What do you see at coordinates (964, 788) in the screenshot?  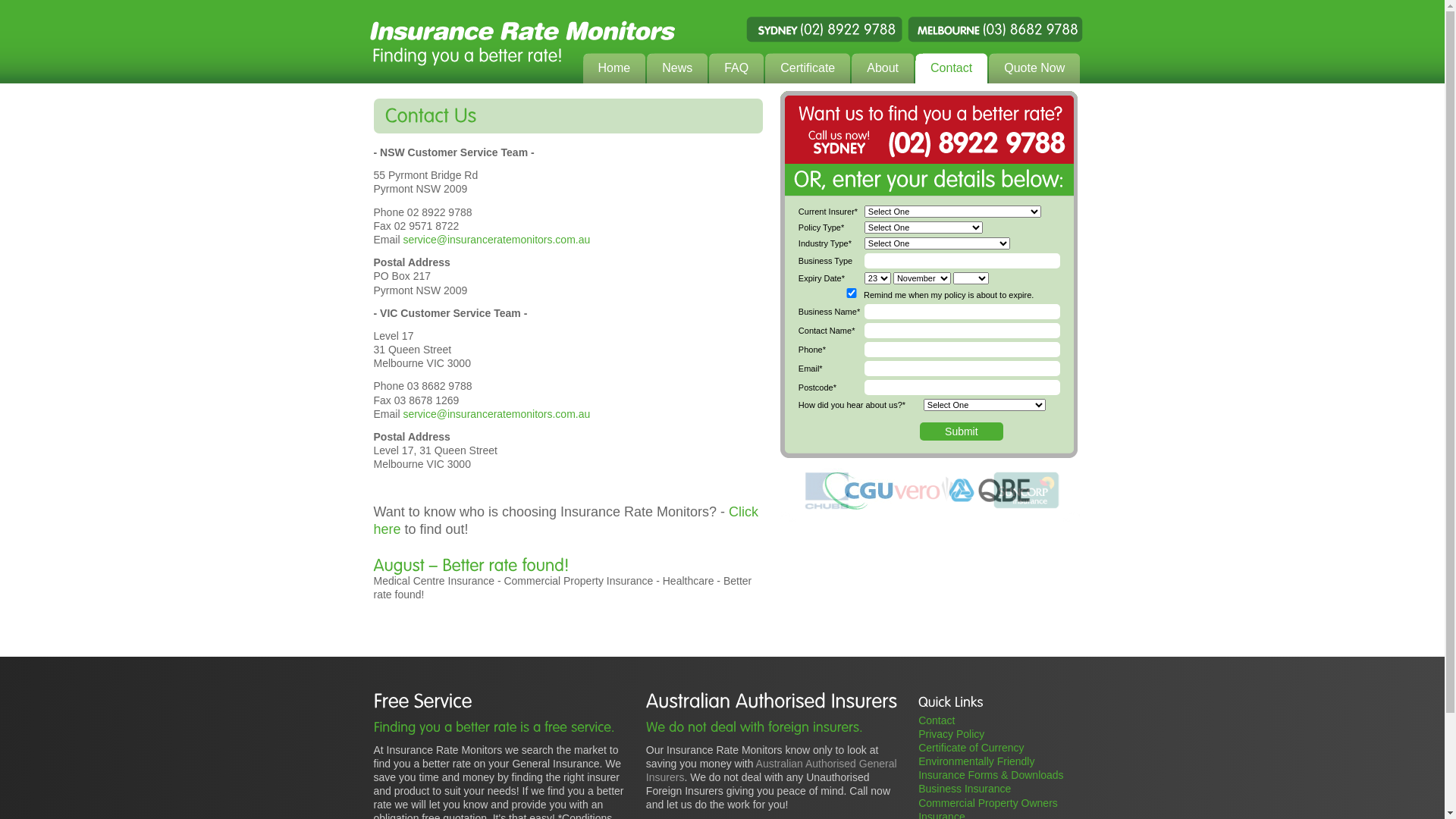 I see `'Business Insurance'` at bounding box center [964, 788].